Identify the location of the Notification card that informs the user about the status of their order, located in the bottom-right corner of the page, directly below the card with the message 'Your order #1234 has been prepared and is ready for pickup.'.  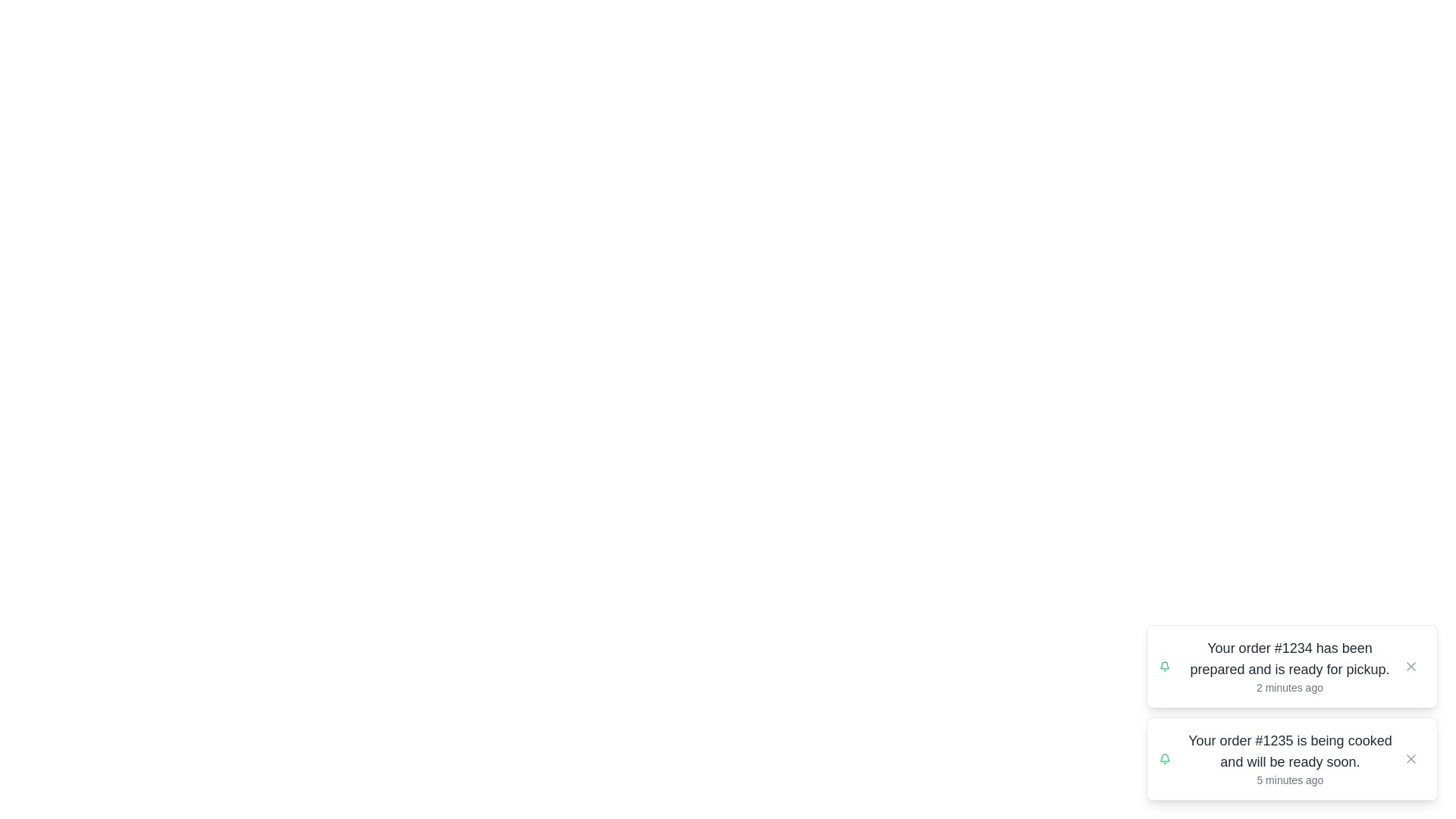
(1291, 759).